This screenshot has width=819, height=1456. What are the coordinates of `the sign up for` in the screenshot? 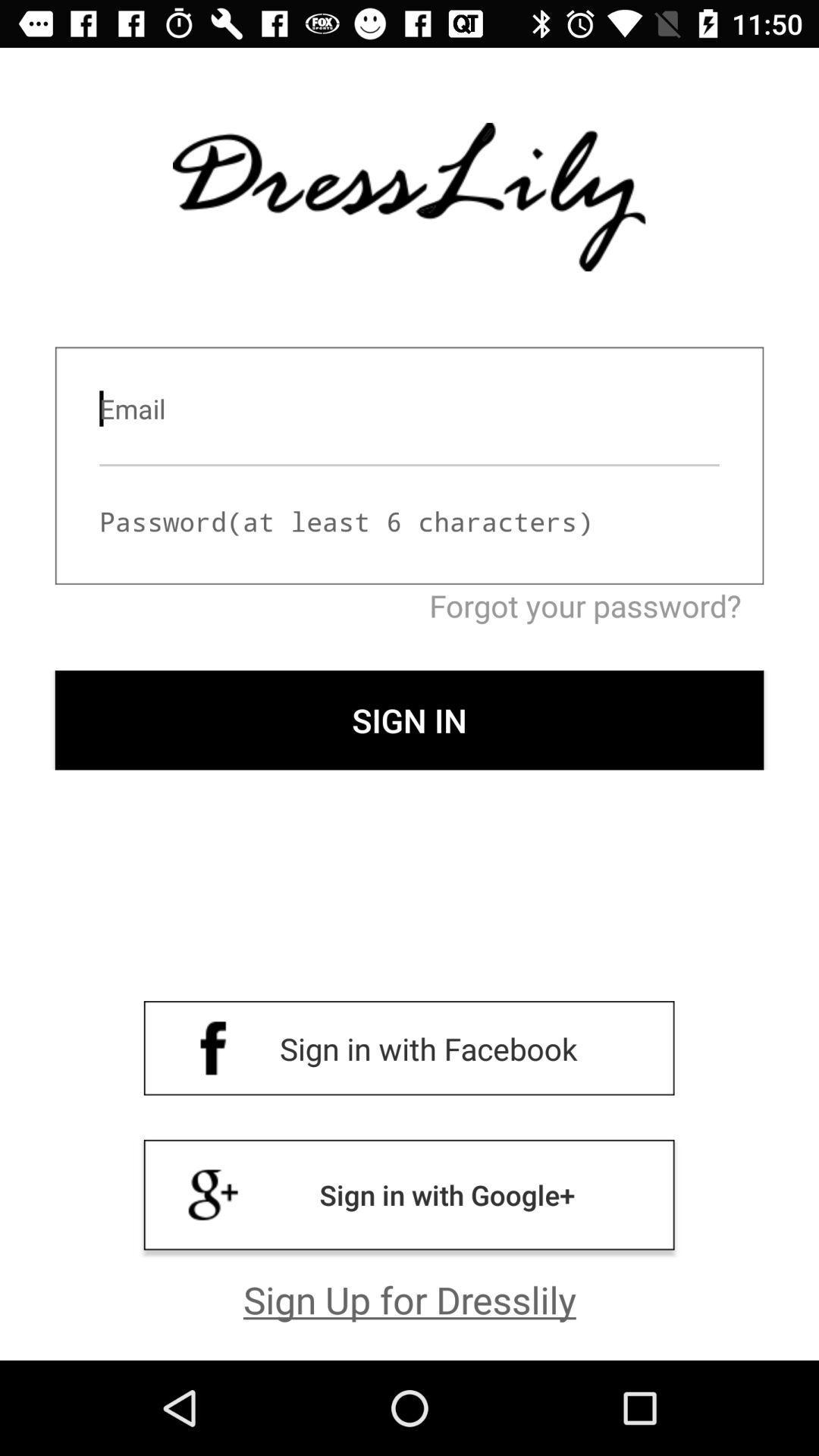 It's located at (409, 1298).